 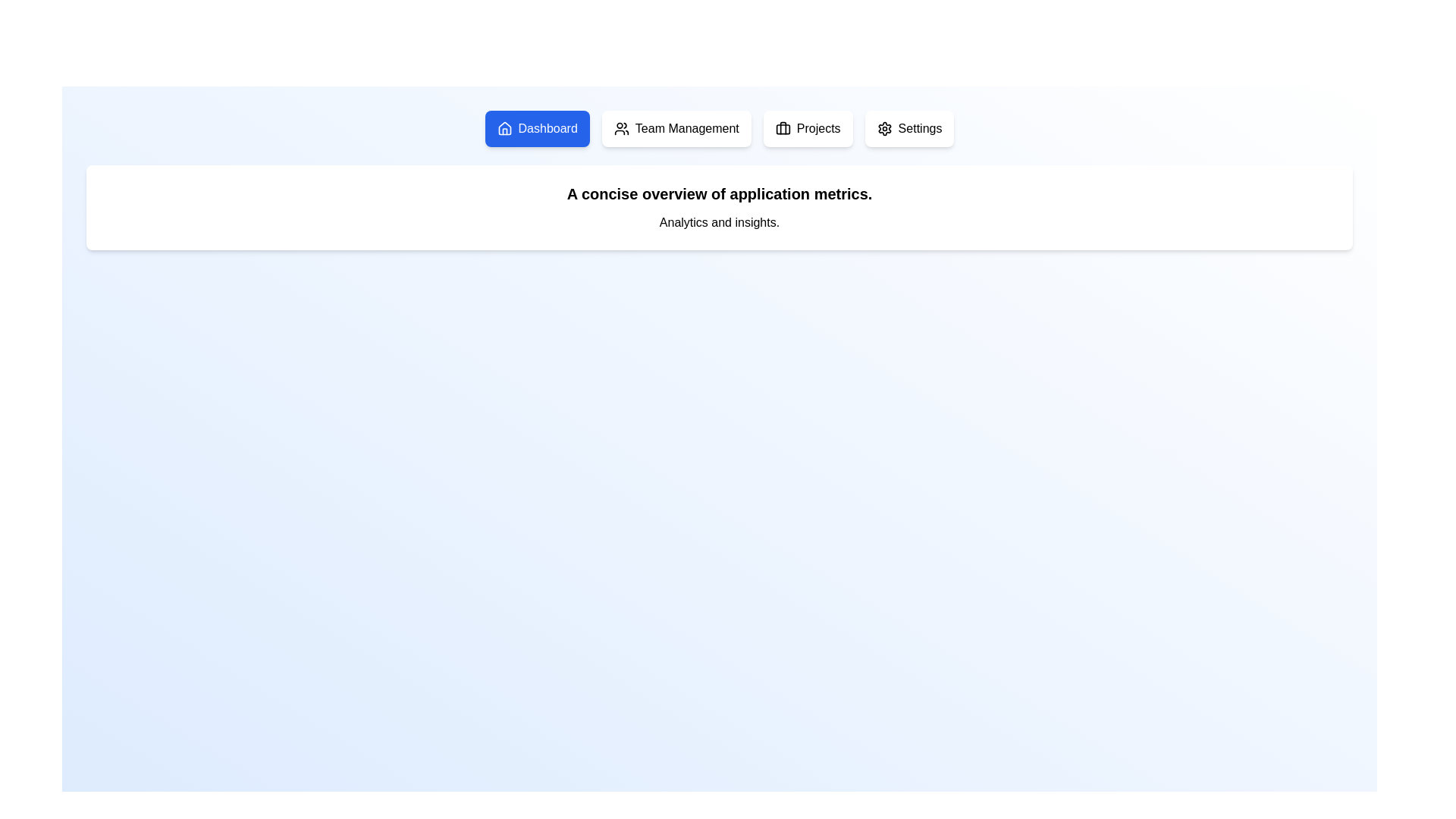 What do you see at coordinates (807, 127) in the screenshot?
I see `the 'Projects' button, which is a rounded rectangle with a white background and a briefcase icon` at bounding box center [807, 127].